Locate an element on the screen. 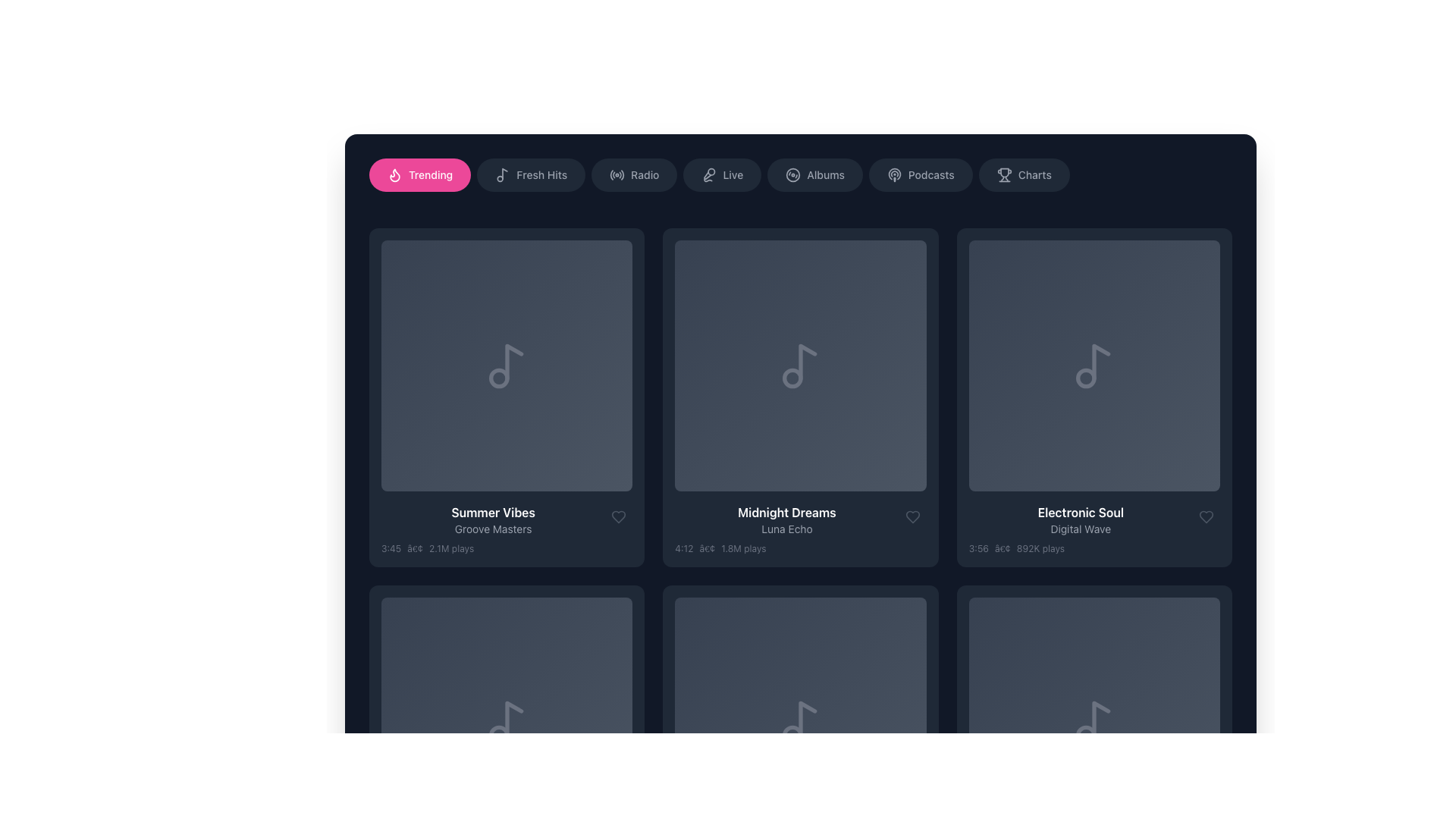  the plain text element displaying the number of plays for the 'Electronic Soul' track, located to the right of the '•' separator and following the '3:56' text is located at coordinates (1040, 549).